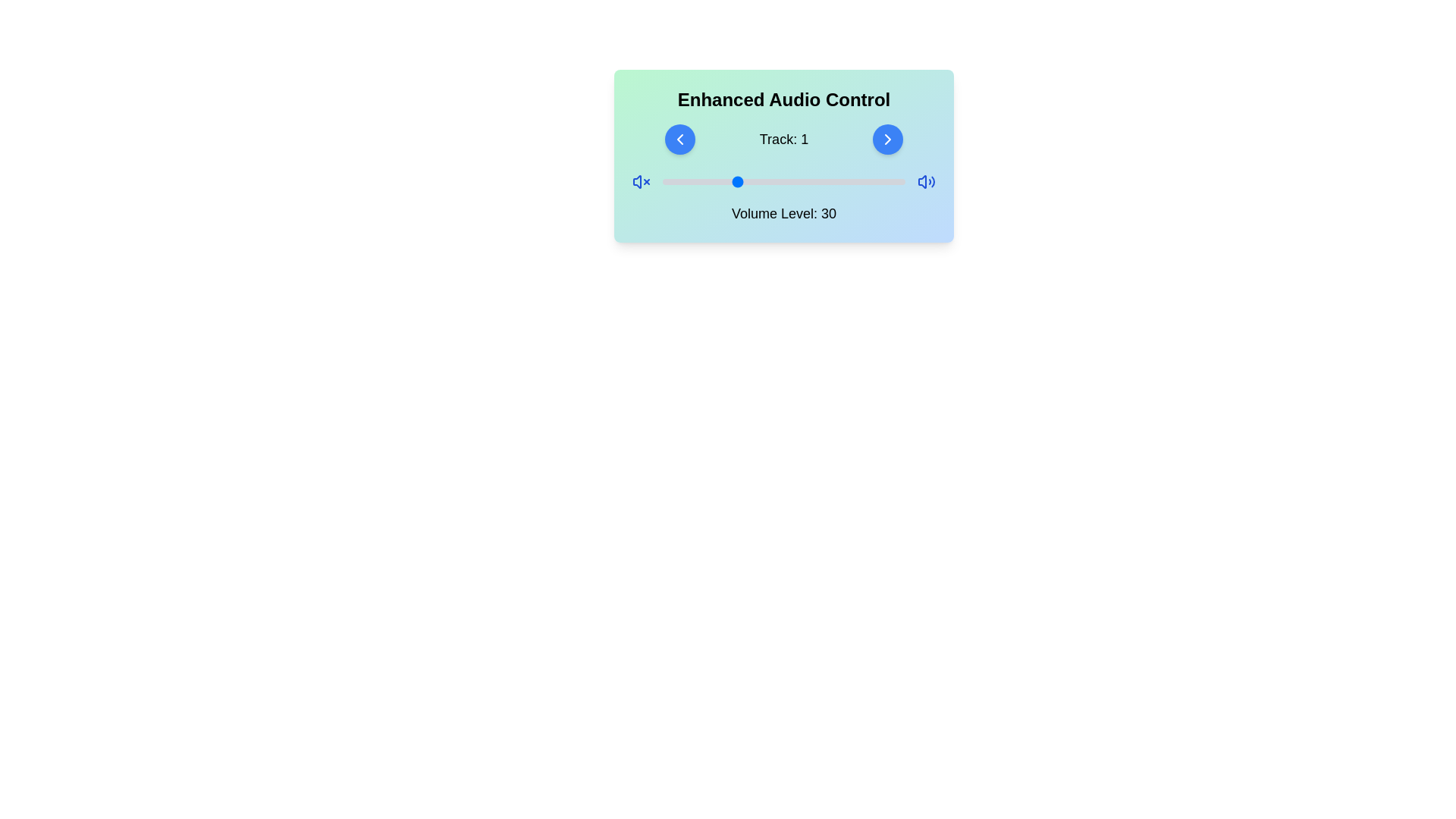 Image resolution: width=1456 pixels, height=819 pixels. What do you see at coordinates (767, 180) in the screenshot?
I see `the volume slider to set the volume to 43%` at bounding box center [767, 180].